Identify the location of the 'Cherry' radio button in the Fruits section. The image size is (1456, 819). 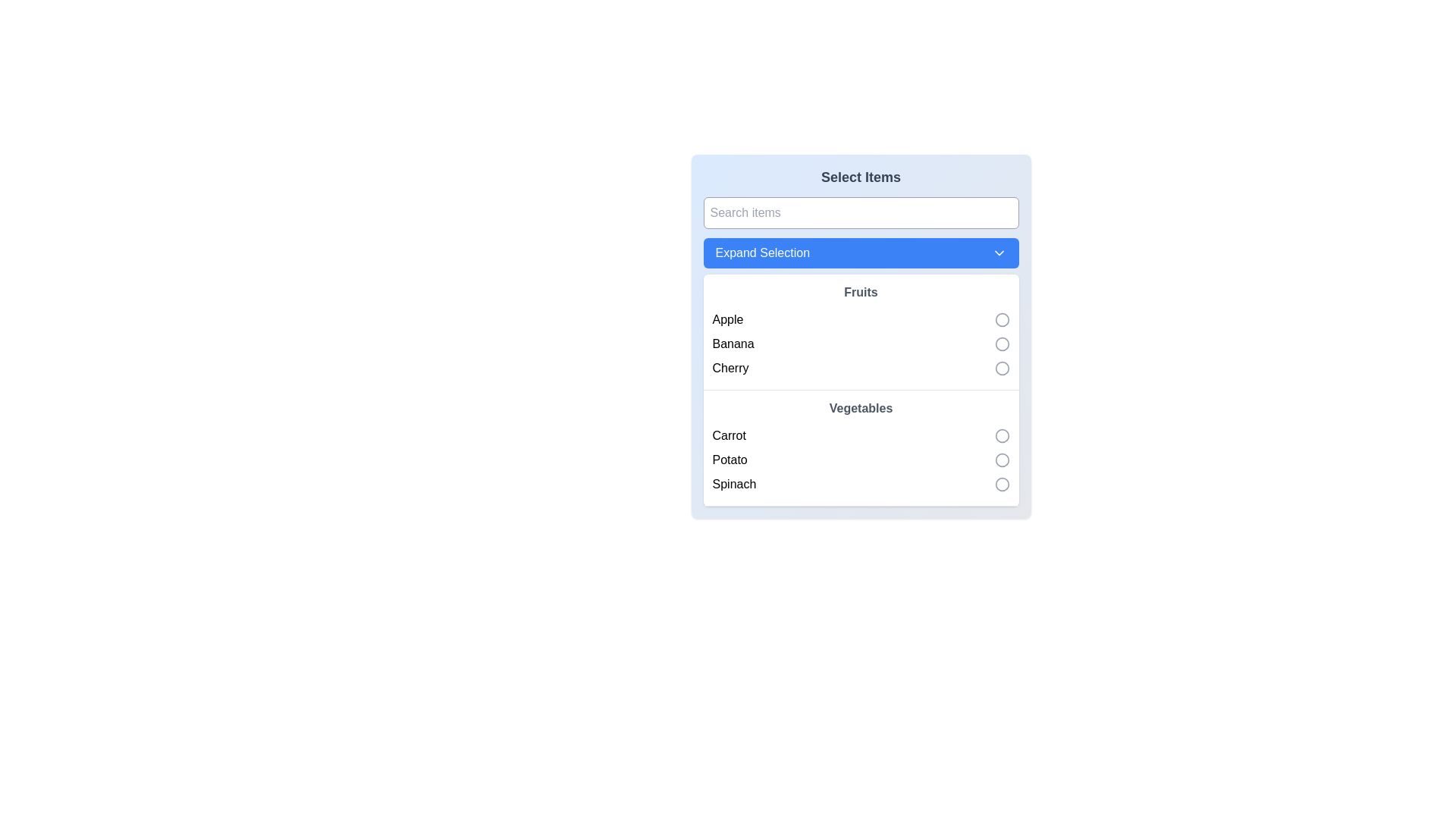
(1002, 369).